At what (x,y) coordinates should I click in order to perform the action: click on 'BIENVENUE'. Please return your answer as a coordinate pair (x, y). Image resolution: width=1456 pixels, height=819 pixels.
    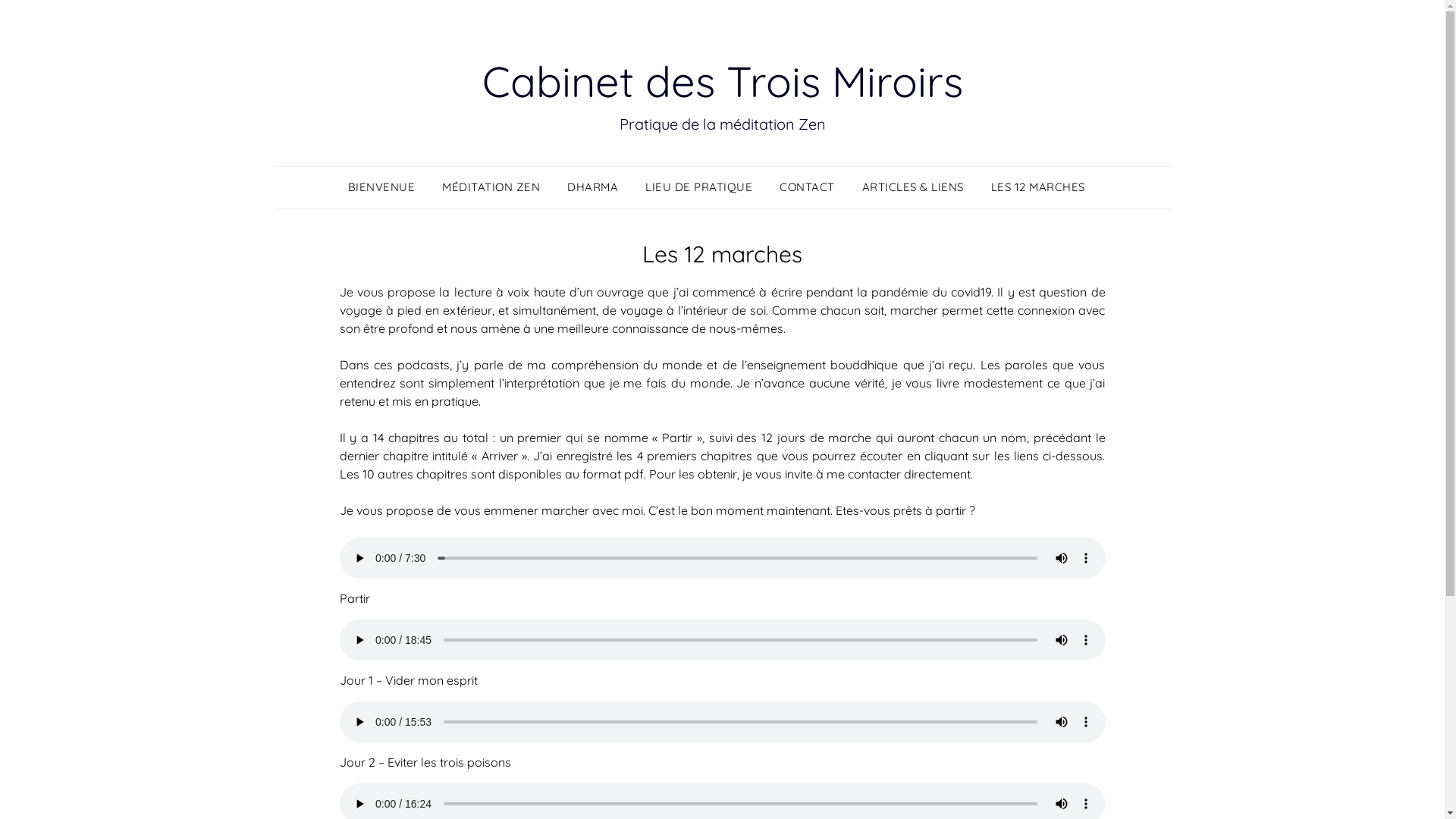
    Looking at the image, I should click on (387, 186).